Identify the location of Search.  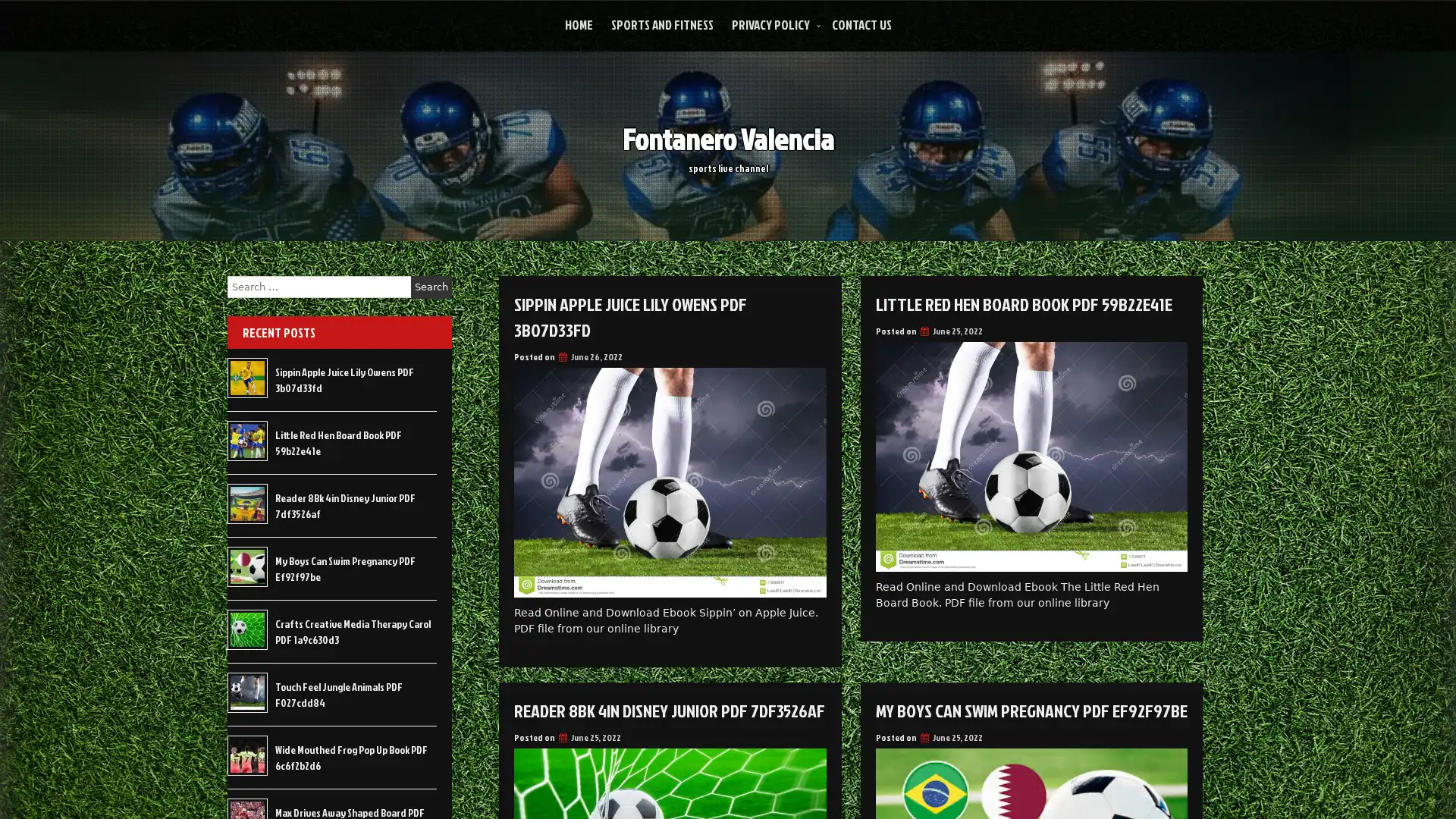
(431, 287).